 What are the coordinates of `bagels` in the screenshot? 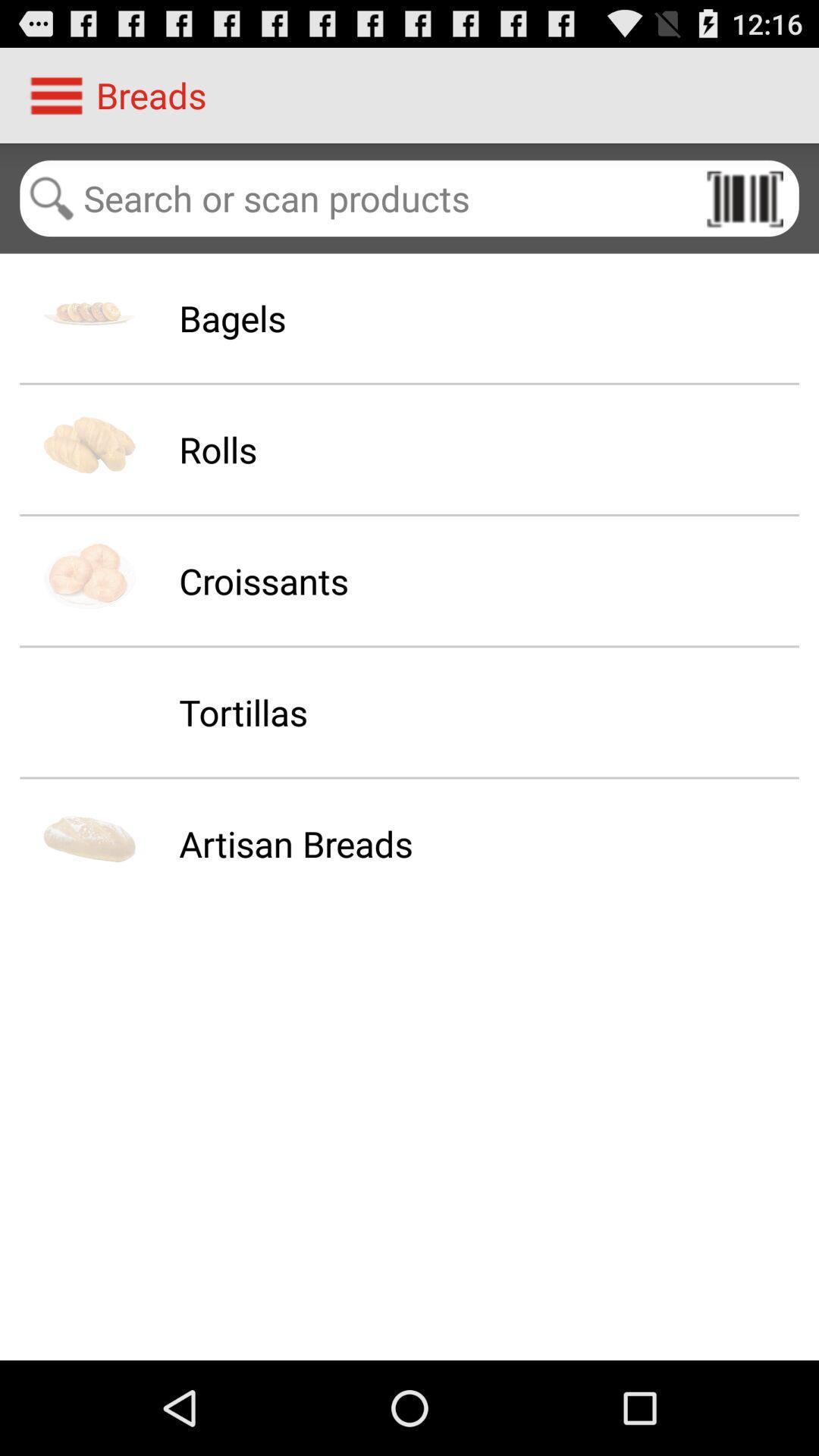 It's located at (232, 317).